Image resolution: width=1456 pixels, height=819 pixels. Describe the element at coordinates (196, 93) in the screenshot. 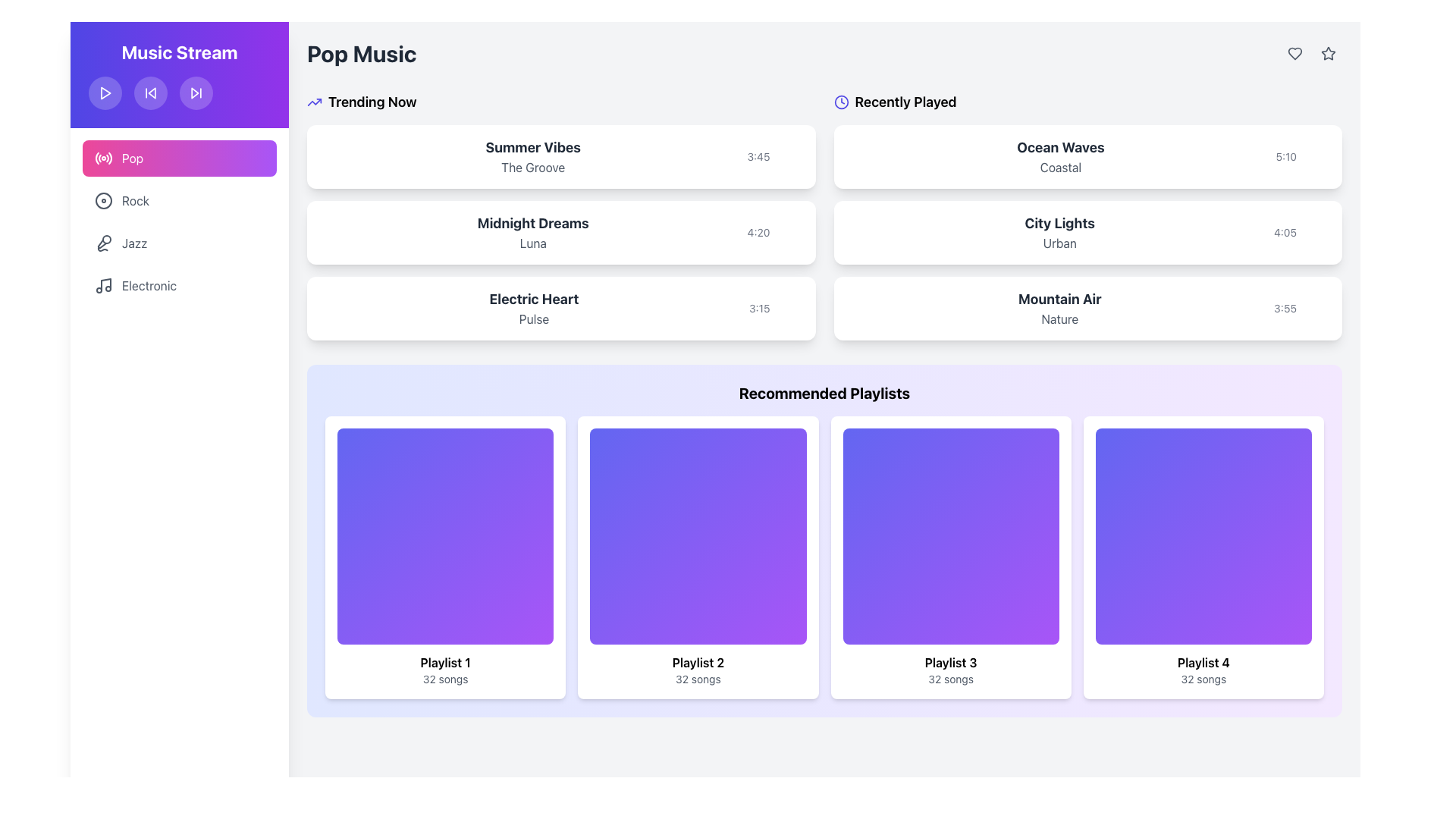

I see `the circular skip-forward button with a minimalist right-pointing arrow icon to skip to the next track` at that location.